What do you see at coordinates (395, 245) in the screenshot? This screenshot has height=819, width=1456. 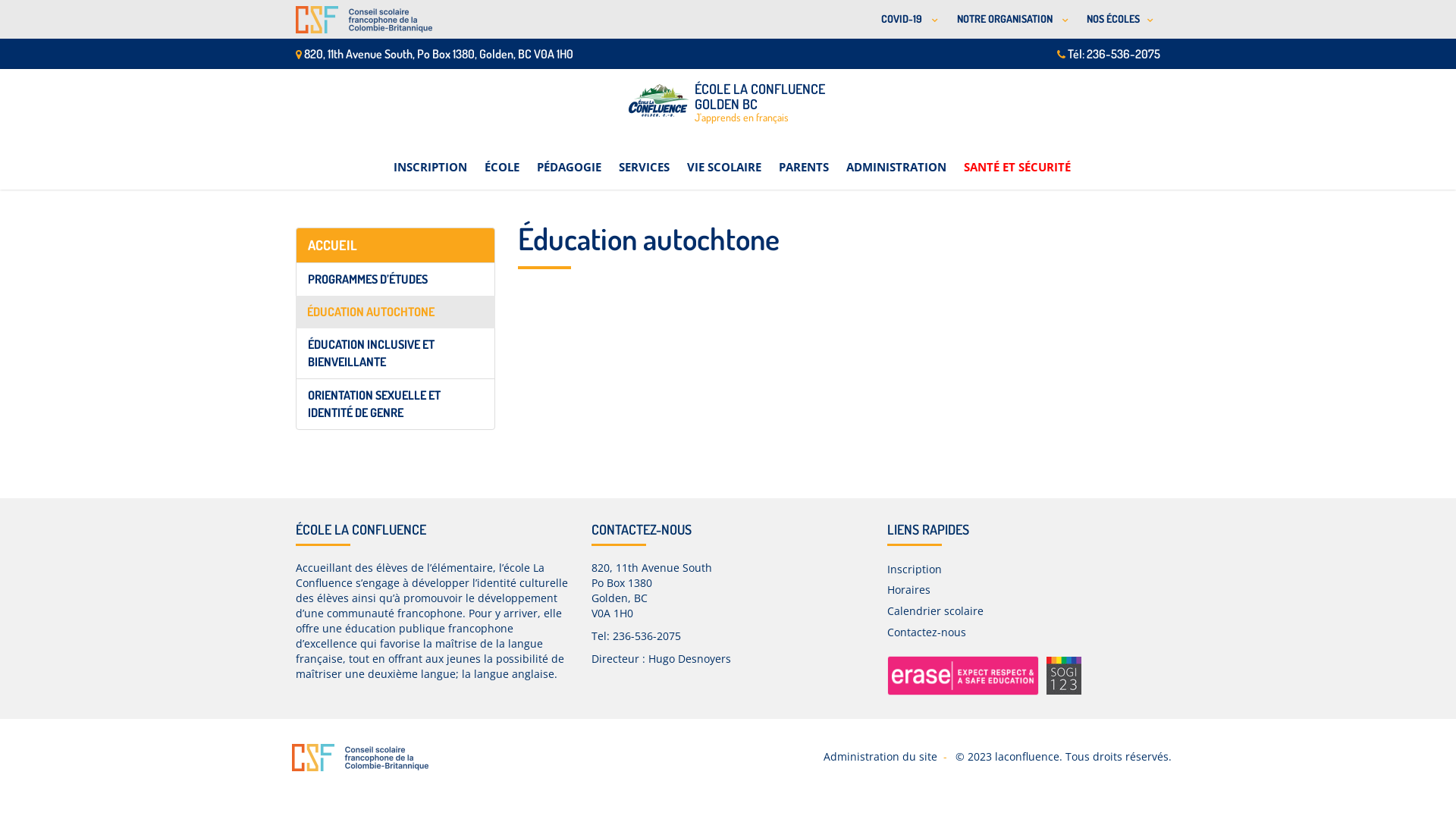 I see `'ACCUEIL'` at bounding box center [395, 245].